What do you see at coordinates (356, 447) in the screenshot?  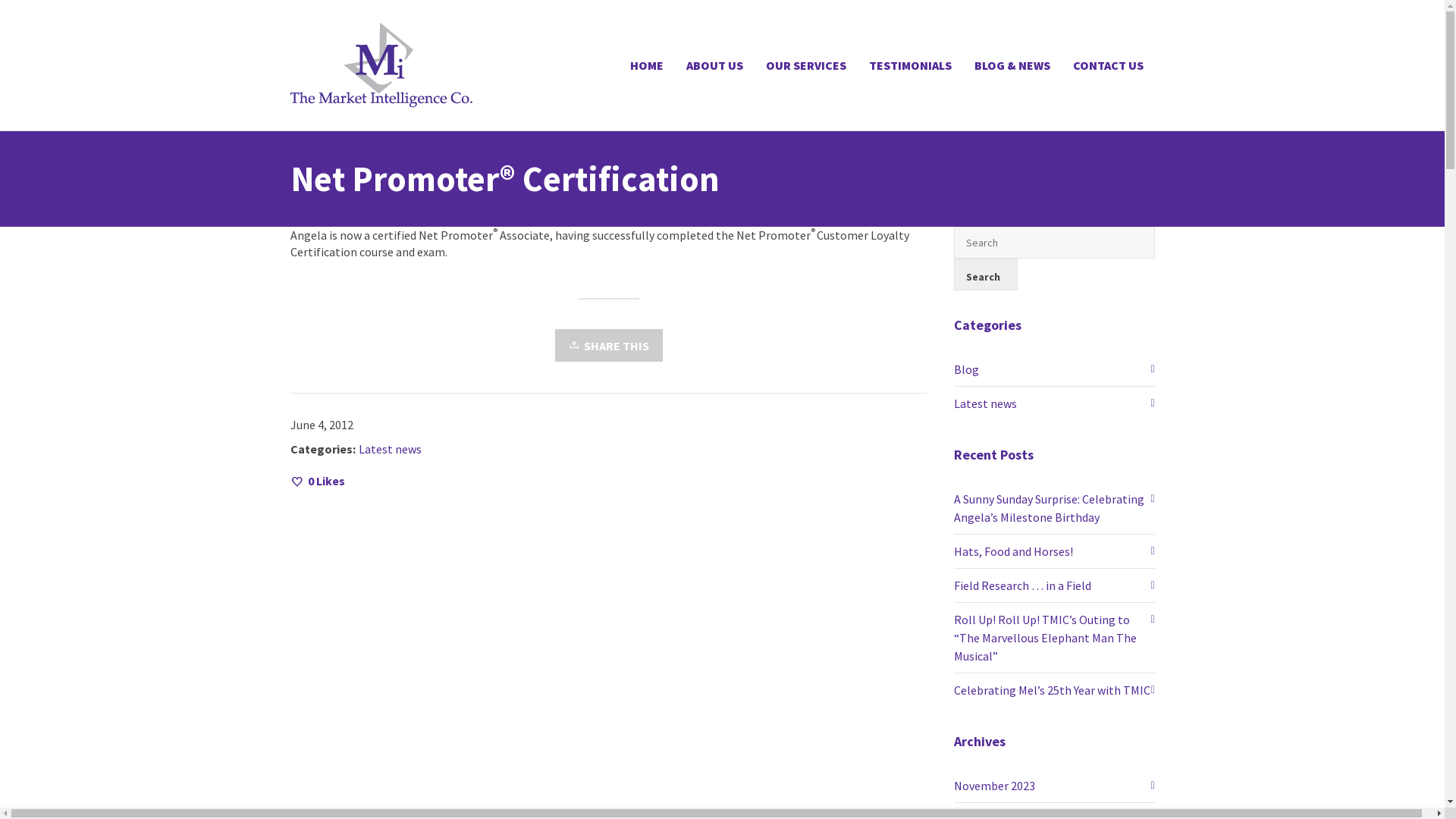 I see `'Latest news'` at bounding box center [356, 447].